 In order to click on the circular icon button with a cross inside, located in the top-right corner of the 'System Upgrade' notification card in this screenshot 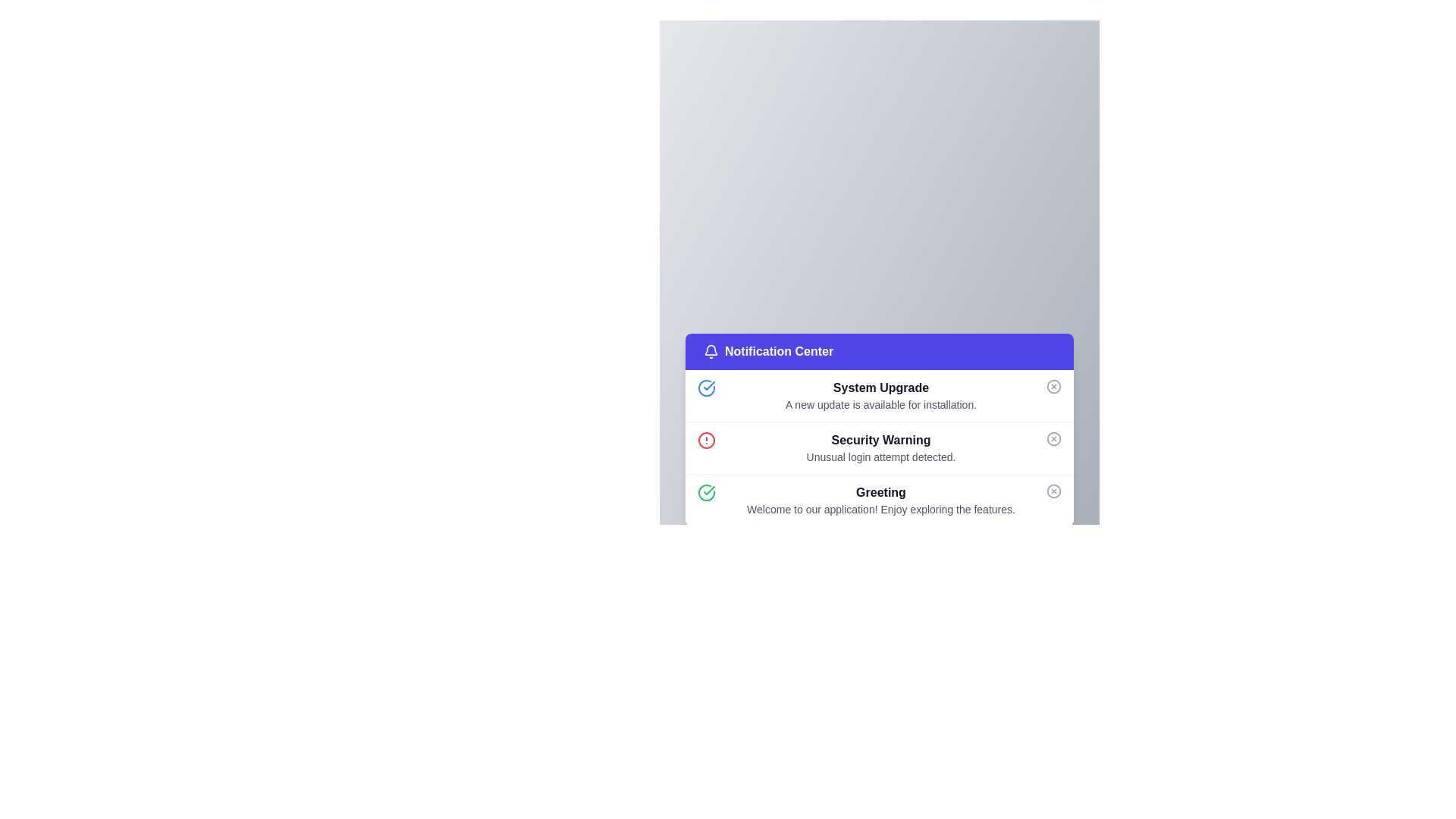, I will do `click(1053, 385)`.